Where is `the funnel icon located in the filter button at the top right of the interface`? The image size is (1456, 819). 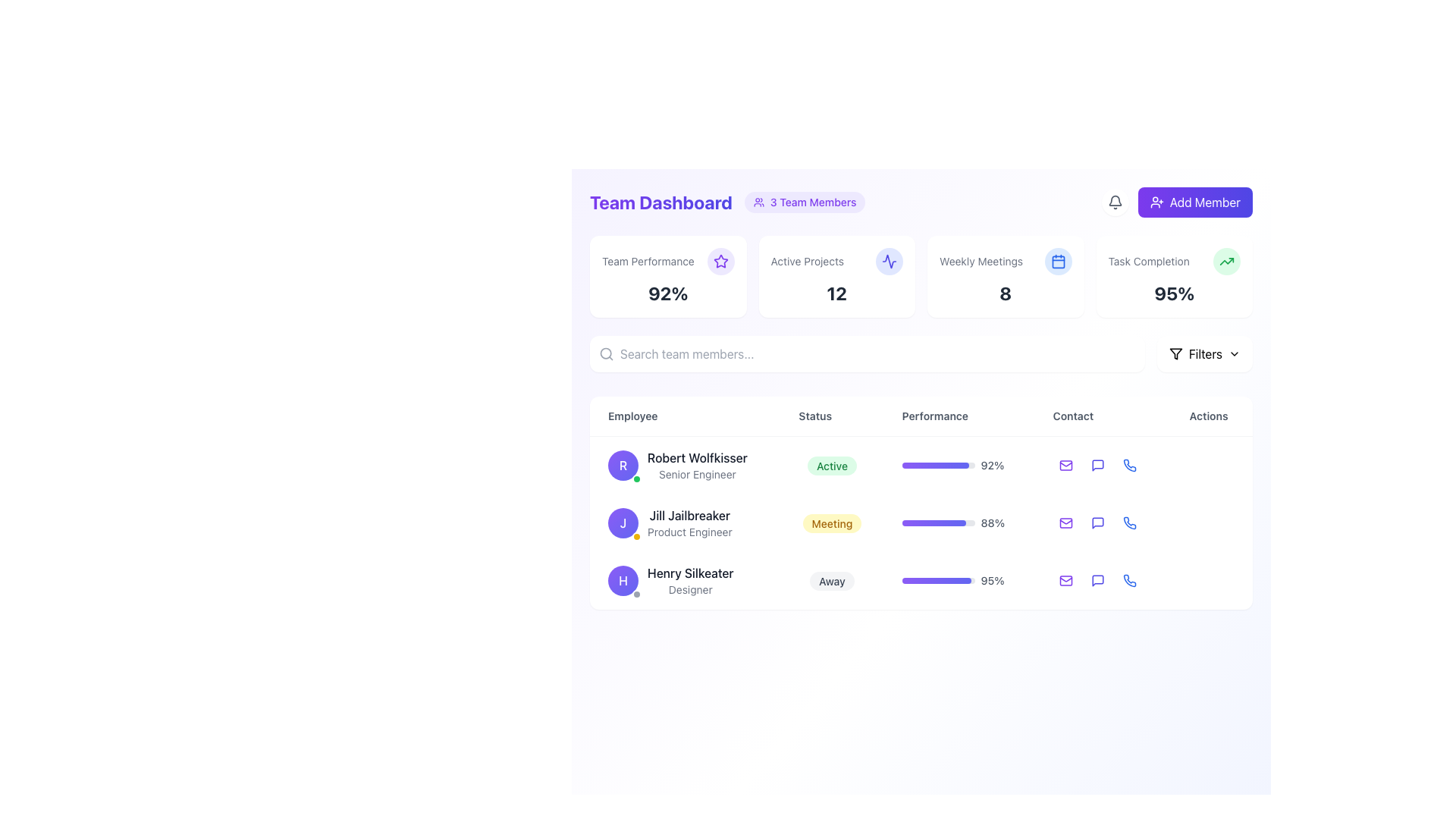
the funnel icon located in the filter button at the top right of the interface is located at coordinates (1175, 353).